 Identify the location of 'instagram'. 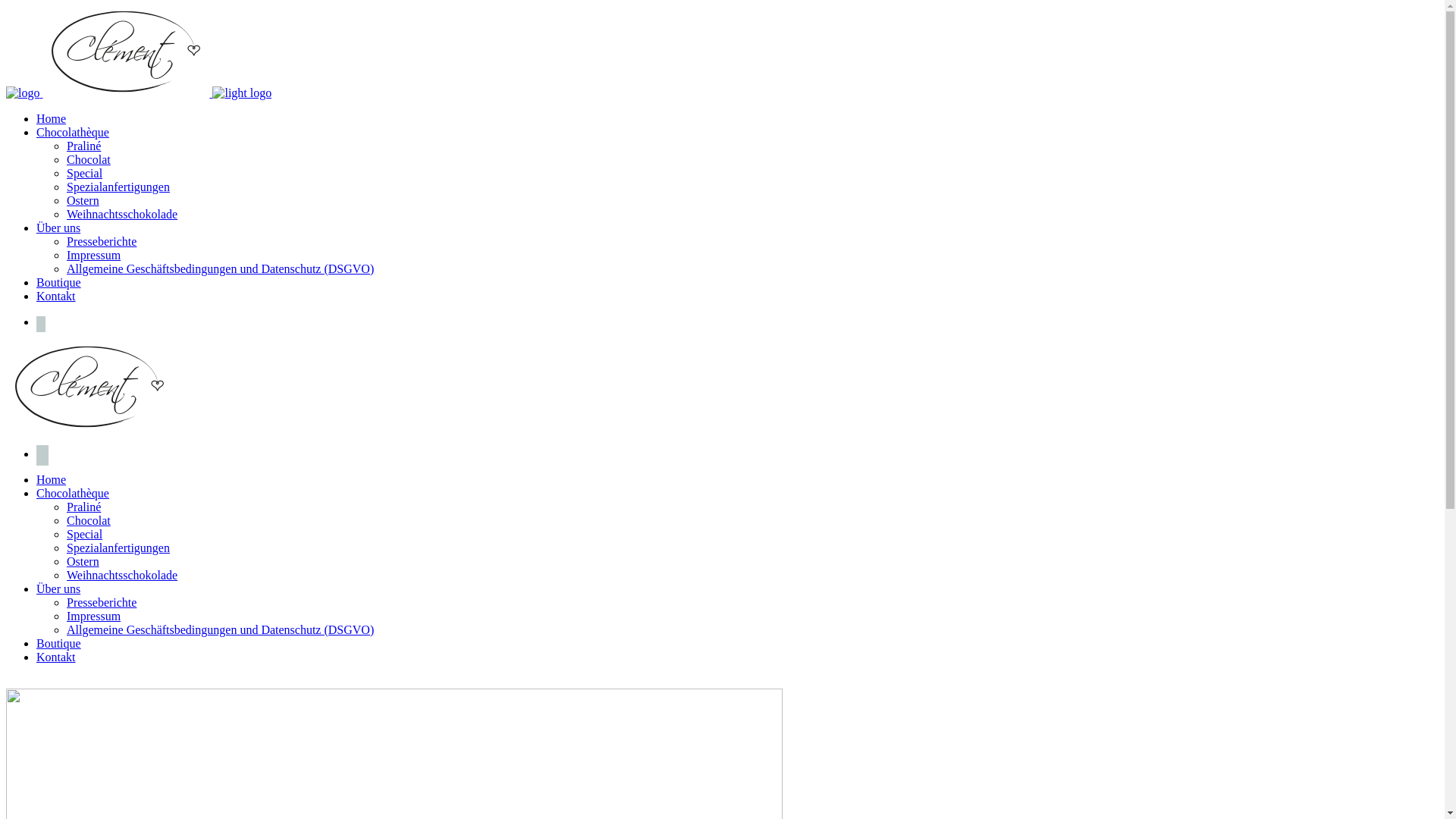
(42, 453).